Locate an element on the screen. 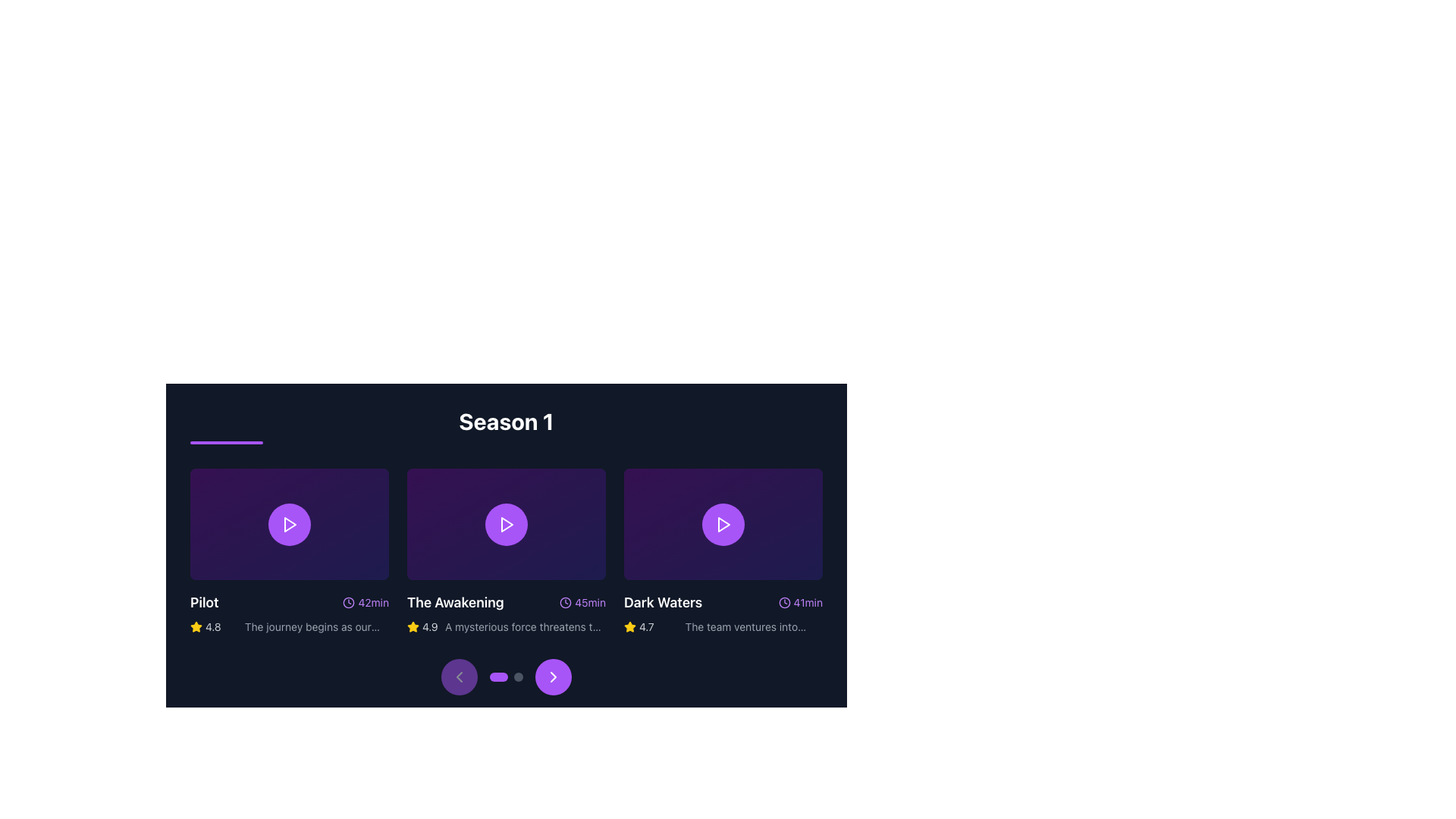  numerical rating displayed in the text label located in the bottom row of the 'Dark Waters' card, positioned to the left of the descriptive text and to the right of the star icon is located at coordinates (639, 627).